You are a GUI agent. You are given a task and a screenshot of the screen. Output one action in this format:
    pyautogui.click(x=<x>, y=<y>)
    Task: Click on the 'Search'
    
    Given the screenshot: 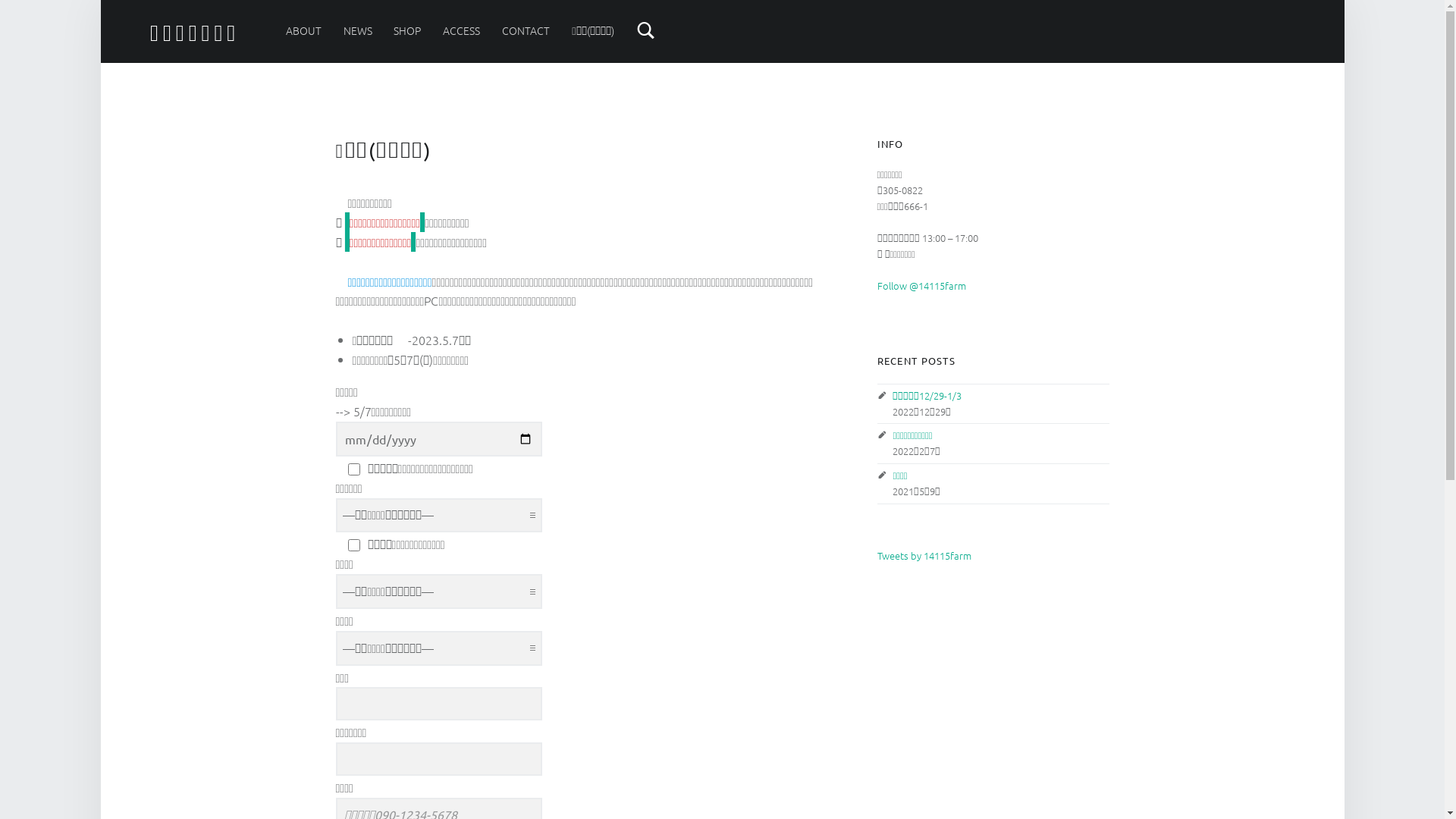 What is the action you would take?
    pyautogui.click(x=645, y=30)
    